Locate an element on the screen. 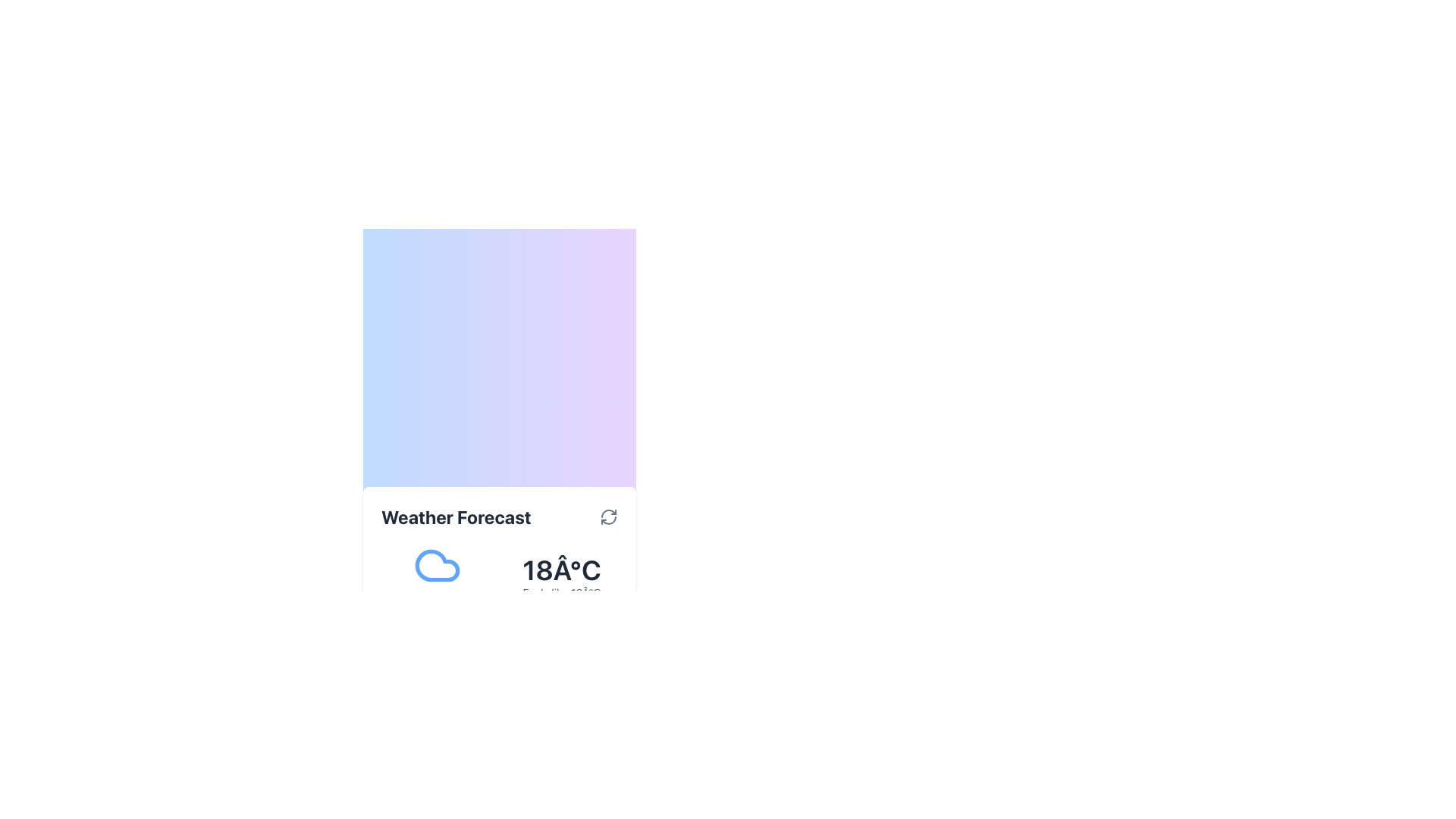  the refresh icon button, which is a gray curved arrow located to the right of the 'Weather Forecast' text is located at coordinates (608, 516).